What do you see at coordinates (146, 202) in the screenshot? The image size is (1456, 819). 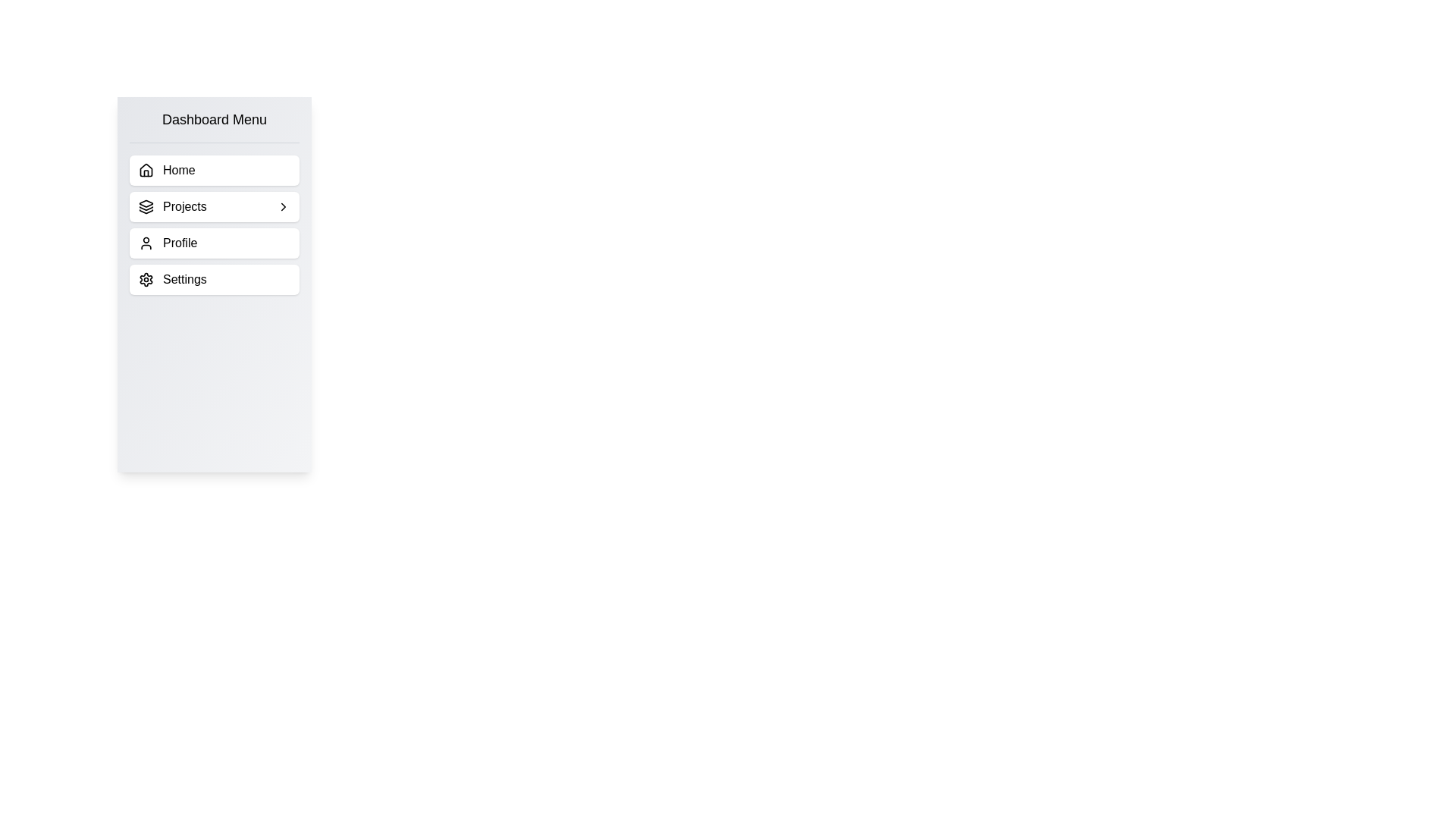 I see `the 'layer' or 'stack' icon associated with the 'Projects' navigation menu item in the dashboard` at bounding box center [146, 202].